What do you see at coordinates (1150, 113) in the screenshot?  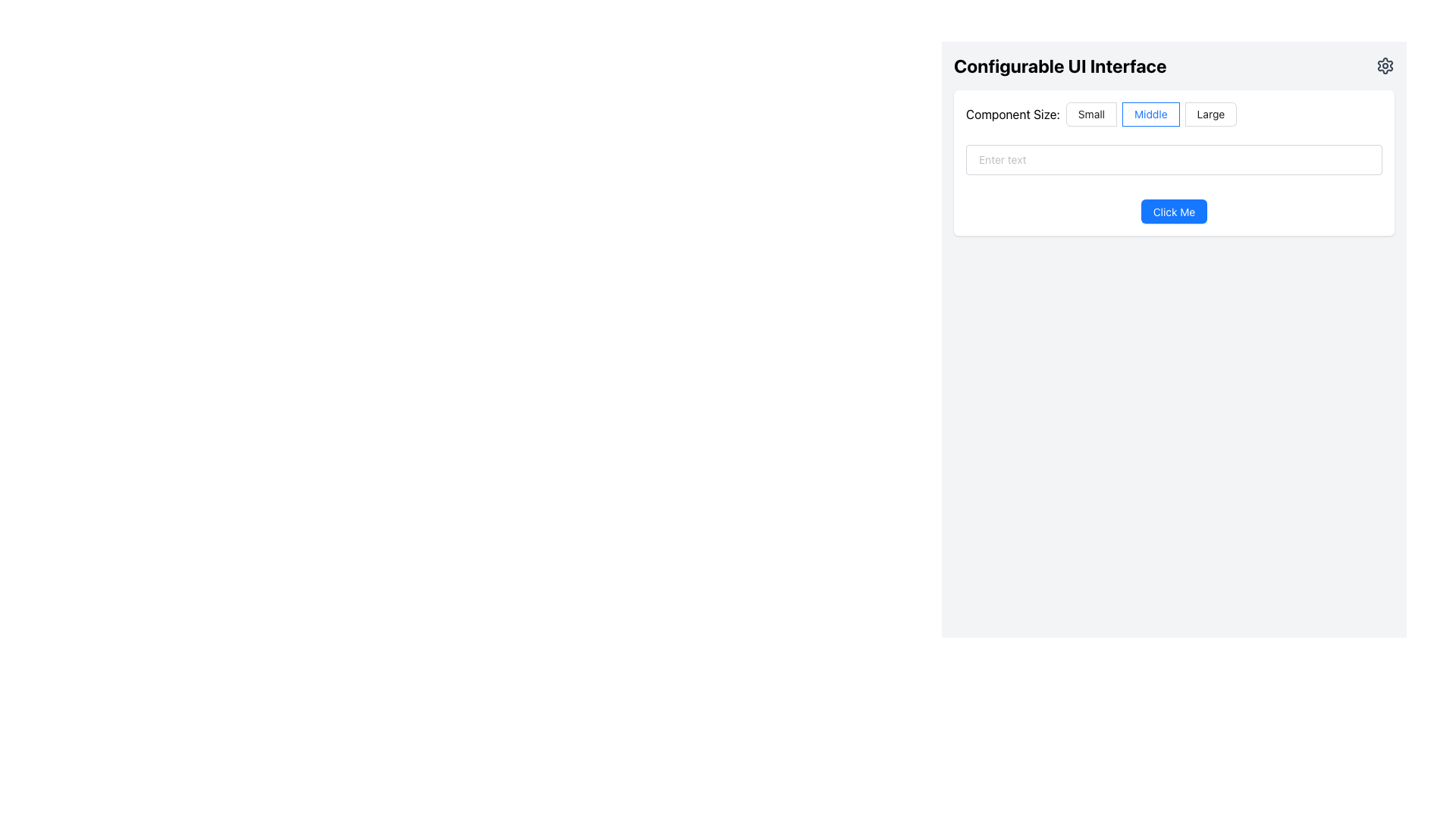 I see `the 'Middle' size radio button styled as a button` at bounding box center [1150, 113].